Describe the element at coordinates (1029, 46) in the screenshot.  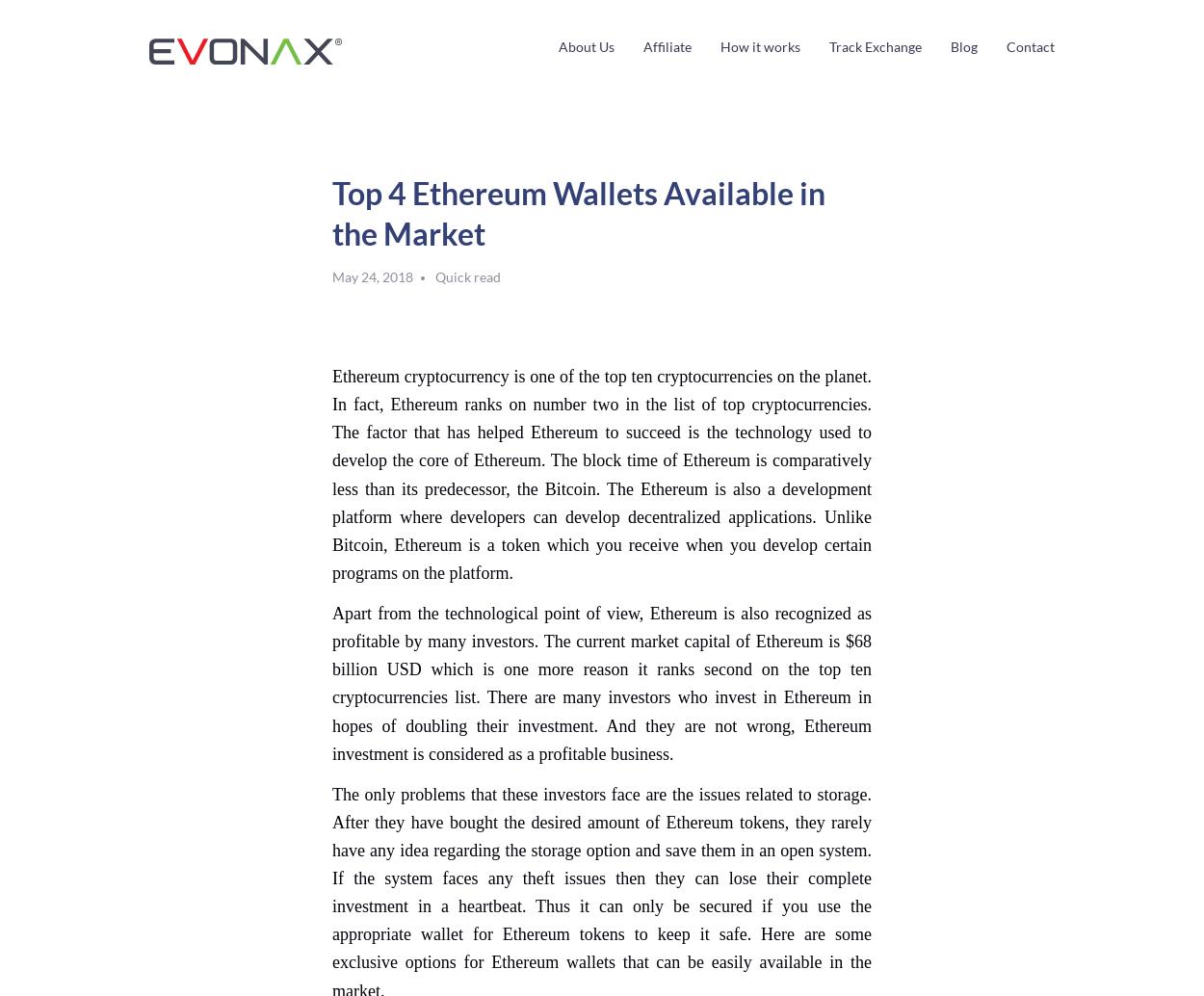
I see `'Contact'` at that location.